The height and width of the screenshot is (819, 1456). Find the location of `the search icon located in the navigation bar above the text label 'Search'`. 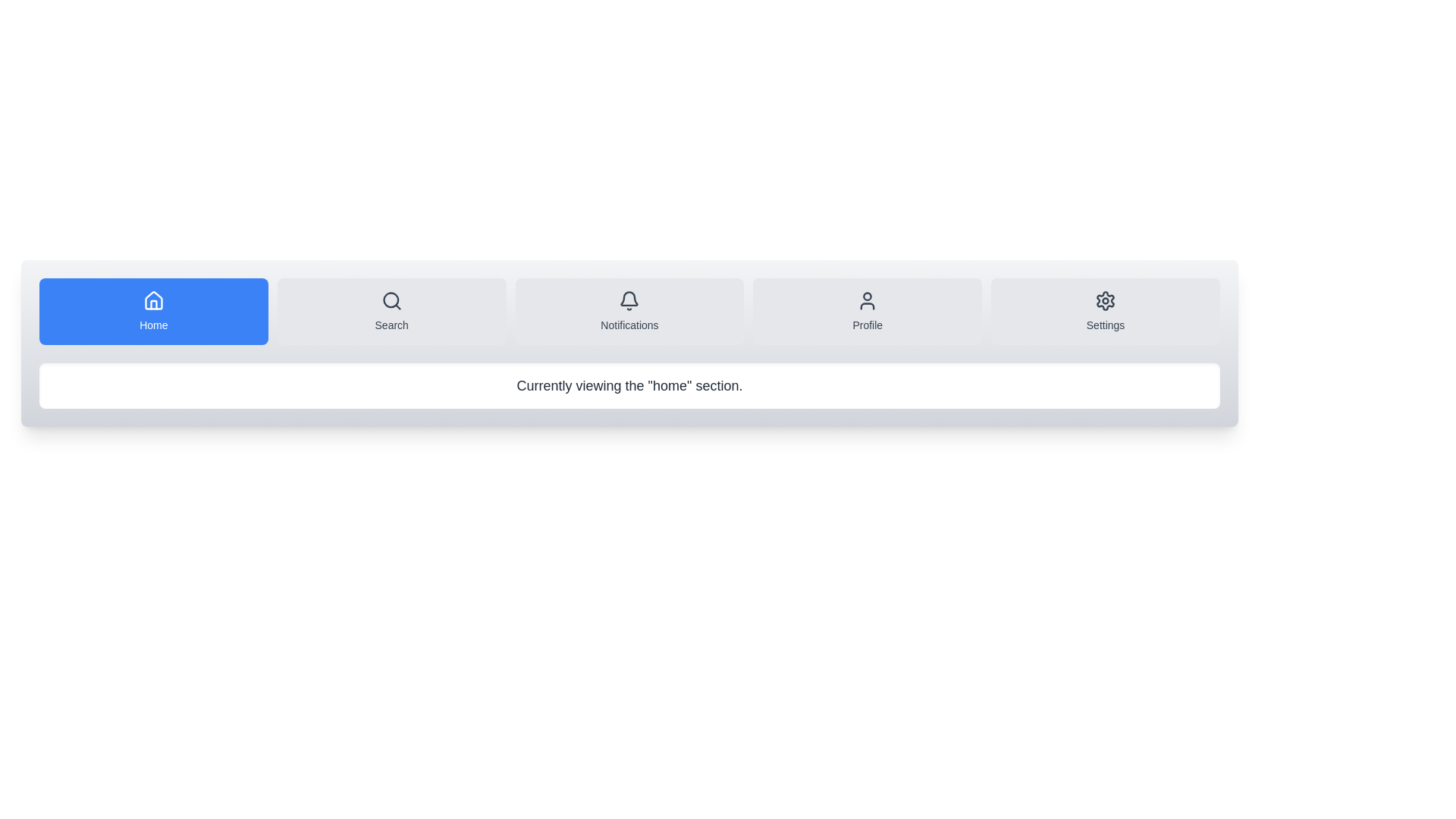

the search icon located in the navigation bar above the text label 'Search' is located at coordinates (391, 301).